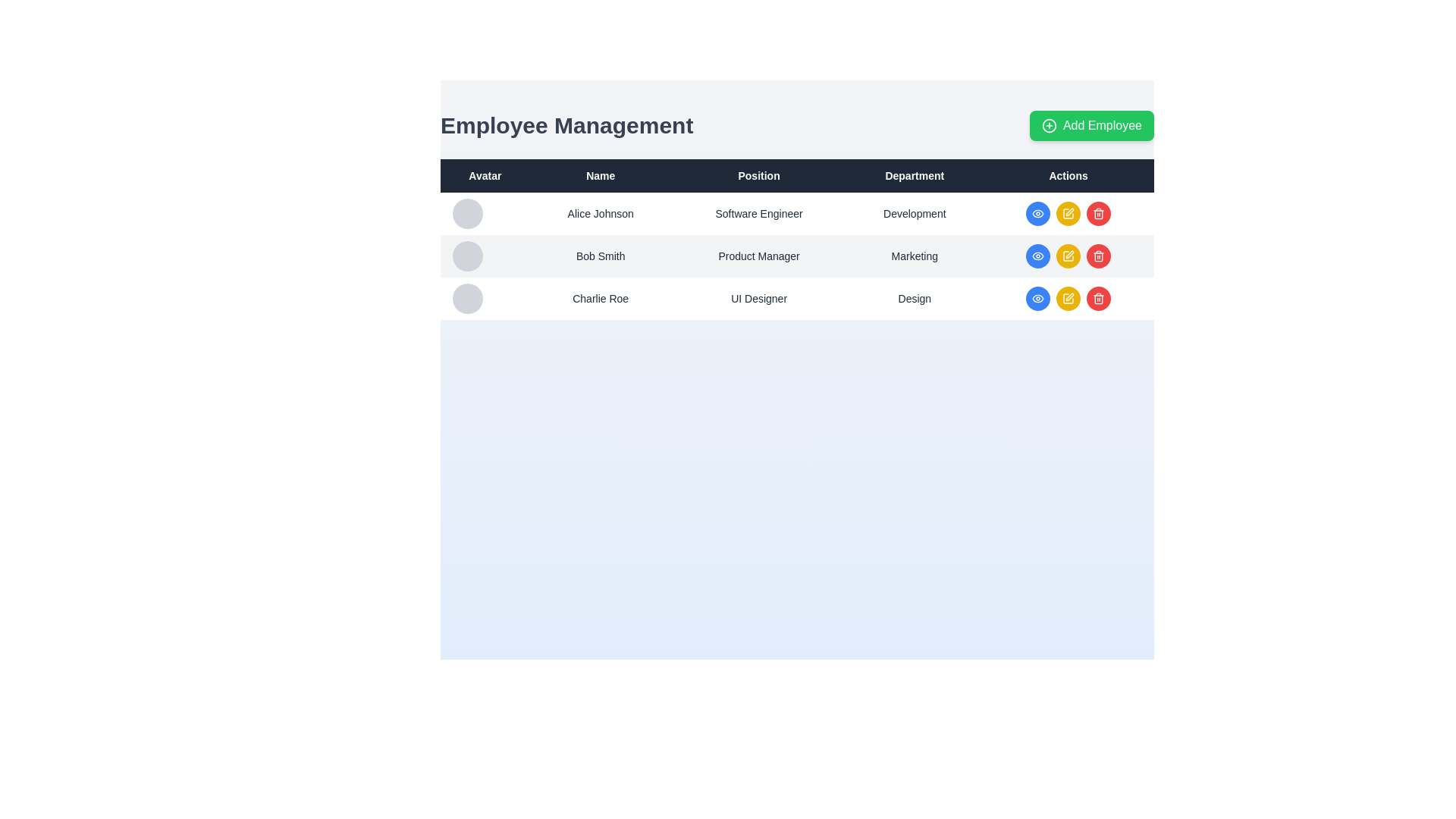 This screenshot has width=1456, height=819. What do you see at coordinates (914, 256) in the screenshot?
I see `the non-interactive text label indicating the department 'Marketing' for the individual named 'Bob Smith', located in the 'Department' column of the interface` at bounding box center [914, 256].